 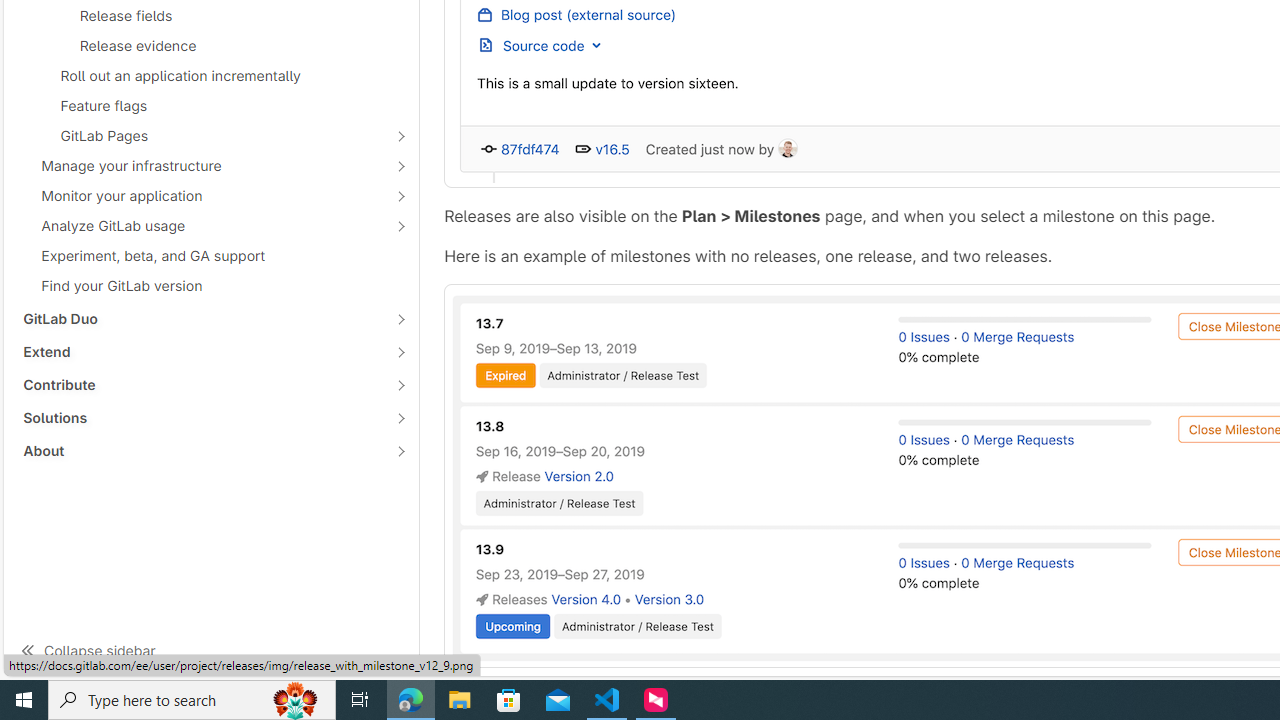 What do you see at coordinates (200, 135) in the screenshot?
I see `'GitLab Pages'` at bounding box center [200, 135].